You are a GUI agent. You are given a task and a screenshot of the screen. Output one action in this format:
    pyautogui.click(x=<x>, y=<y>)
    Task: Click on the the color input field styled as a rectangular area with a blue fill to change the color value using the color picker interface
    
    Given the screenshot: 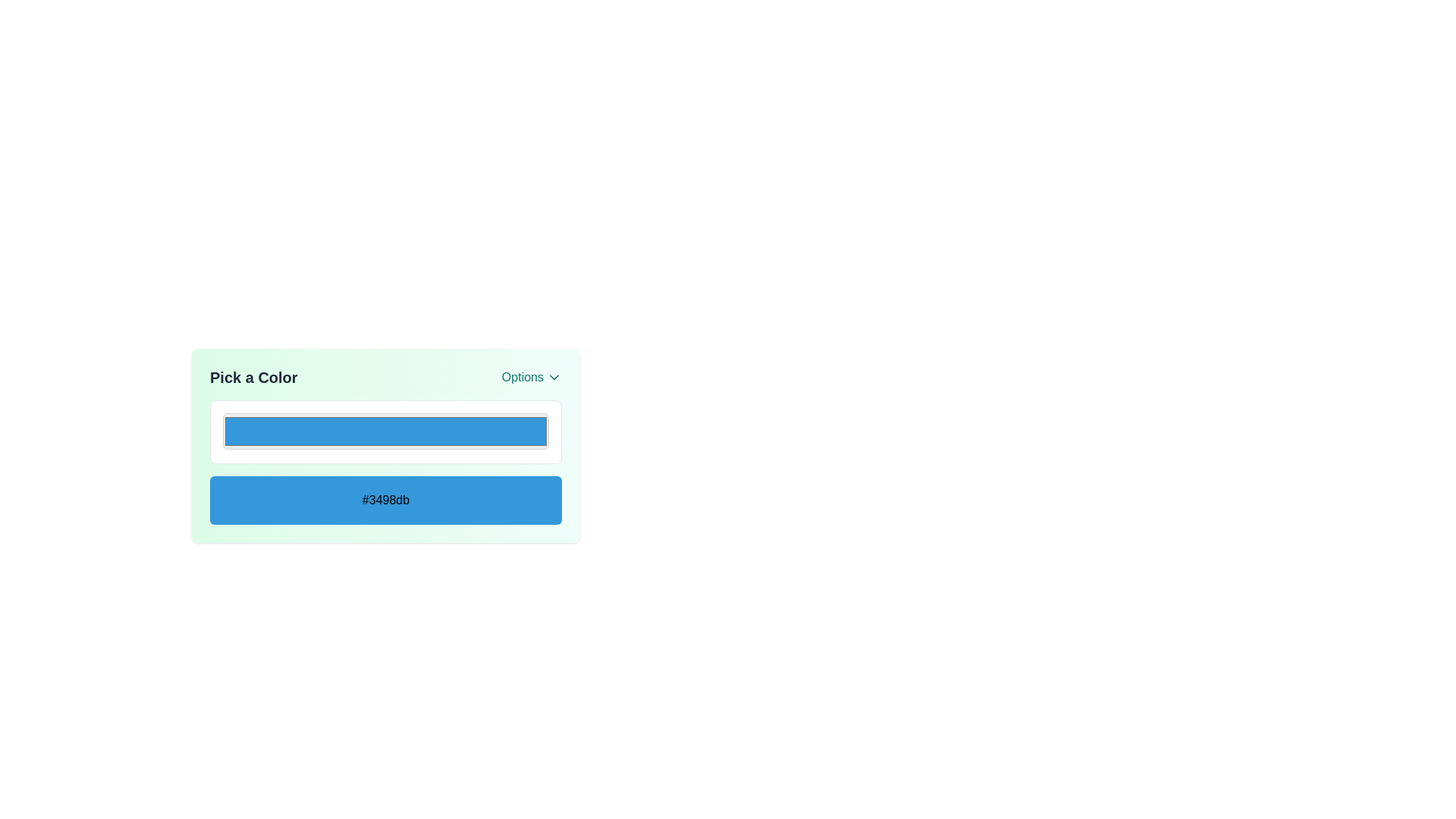 What is the action you would take?
    pyautogui.click(x=385, y=444)
    